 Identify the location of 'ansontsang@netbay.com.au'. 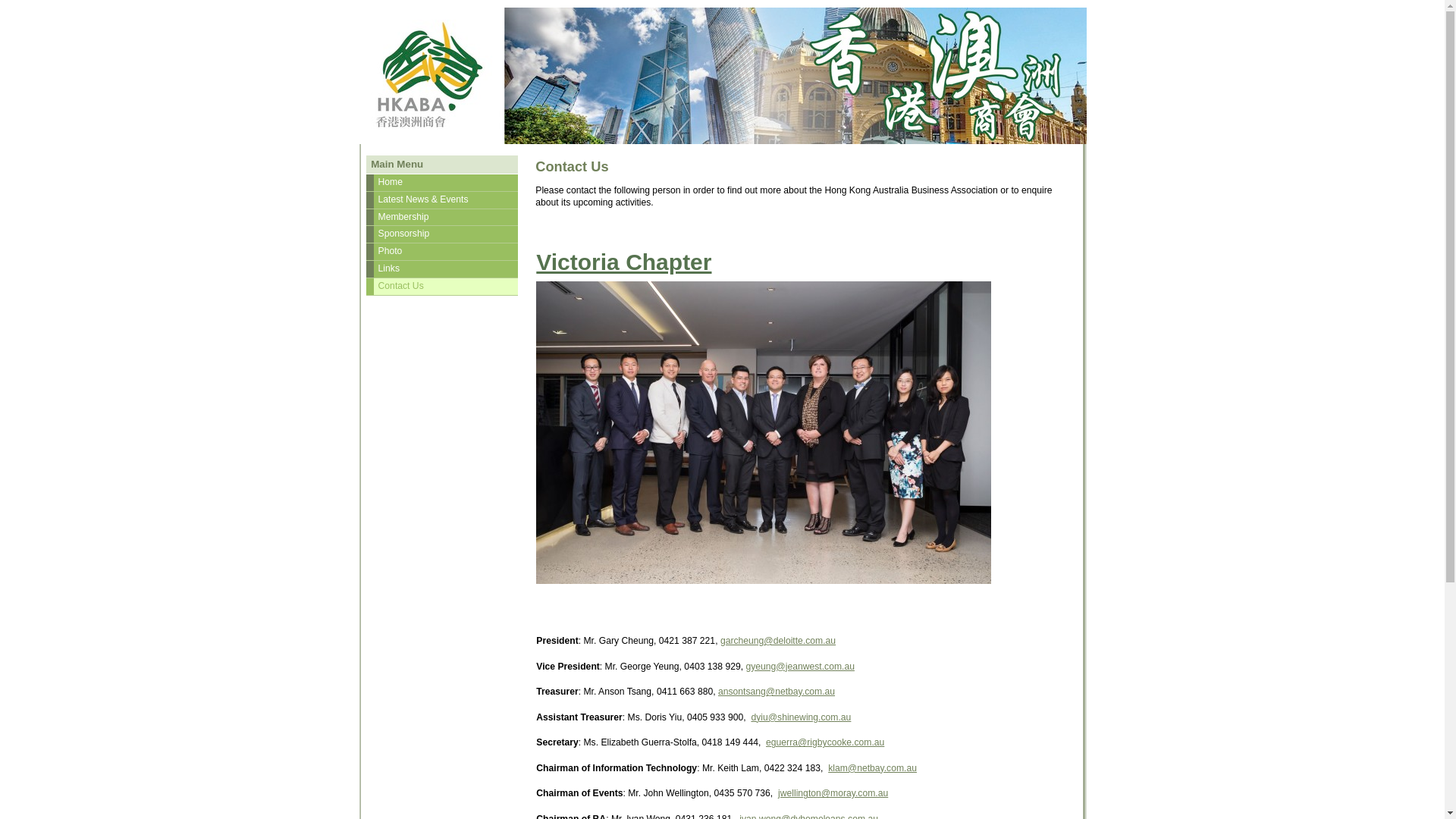
(776, 691).